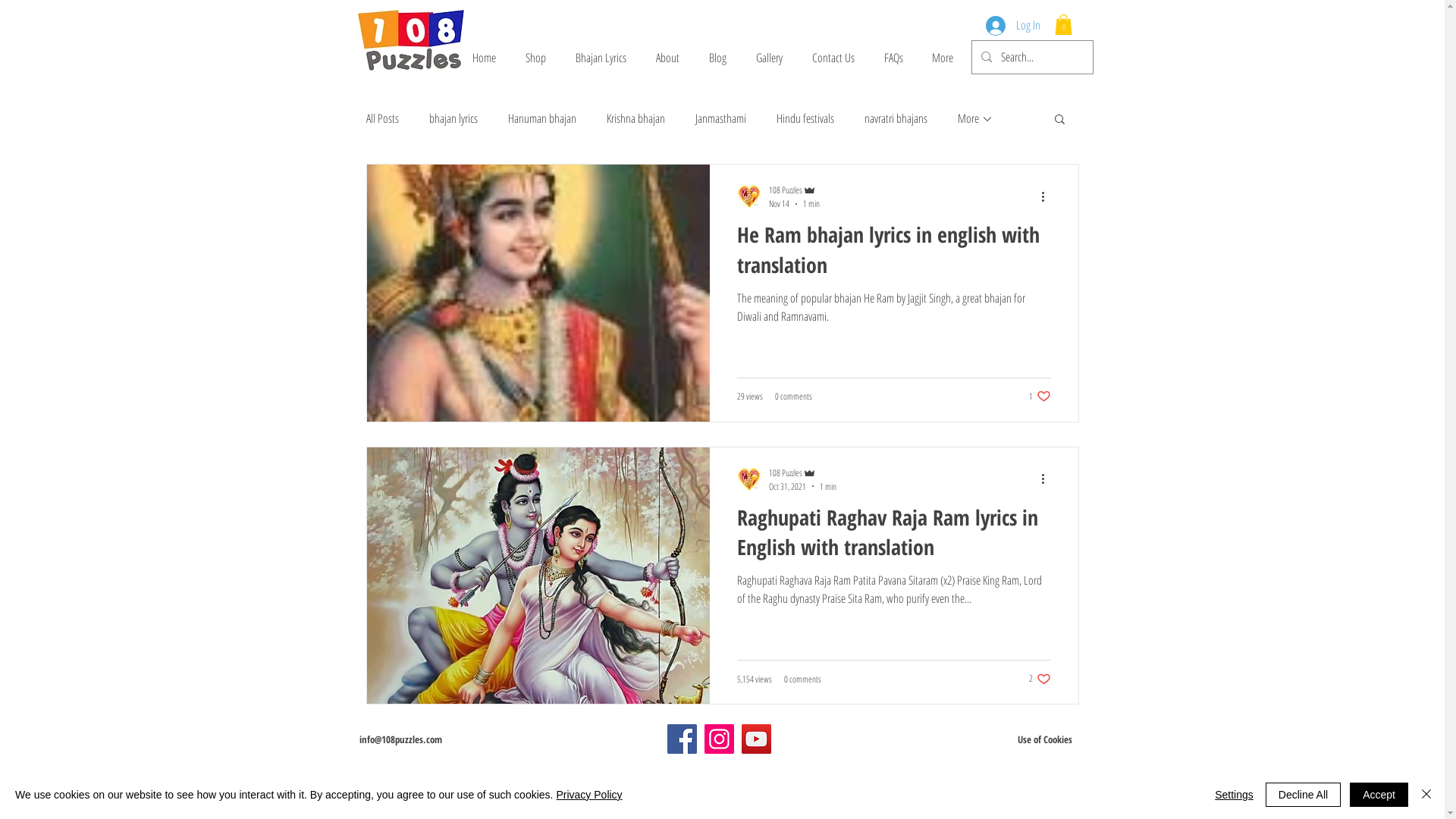 The image size is (1456, 819). I want to click on 'info@108puzzles.com', so click(400, 739).